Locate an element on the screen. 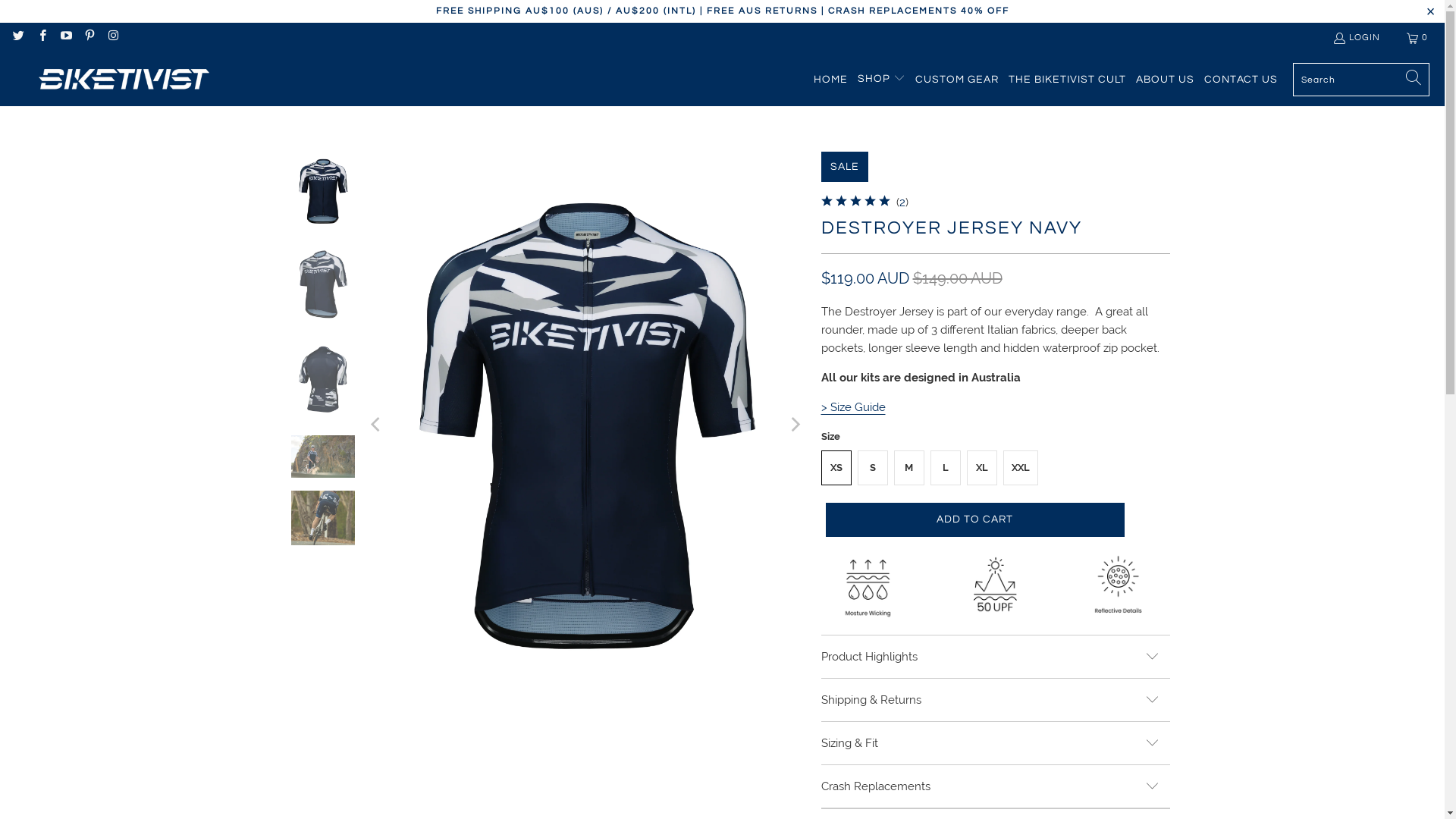 This screenshot has width=1456, height=819. 'Biketivist on Facebook' is located at coordinates (41, 36).